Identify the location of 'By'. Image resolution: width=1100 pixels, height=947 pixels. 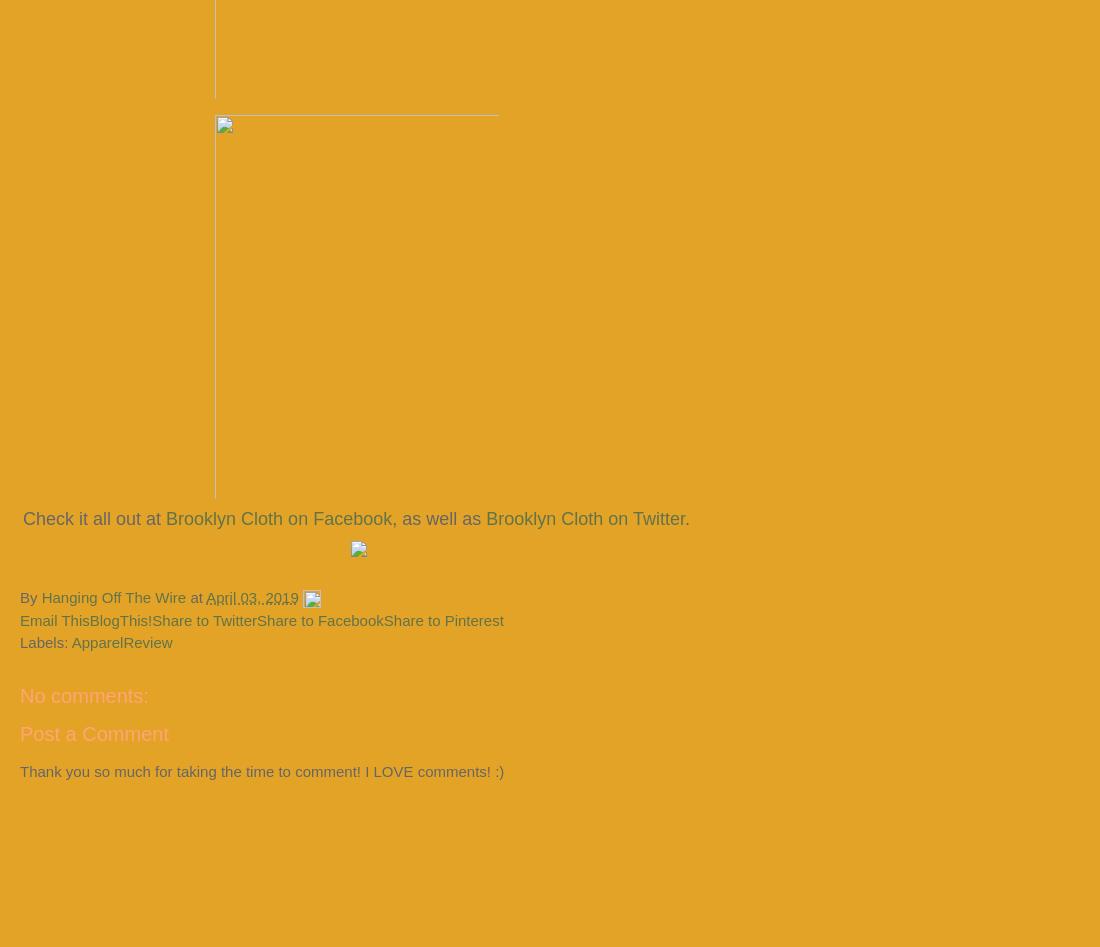
(19, 597).